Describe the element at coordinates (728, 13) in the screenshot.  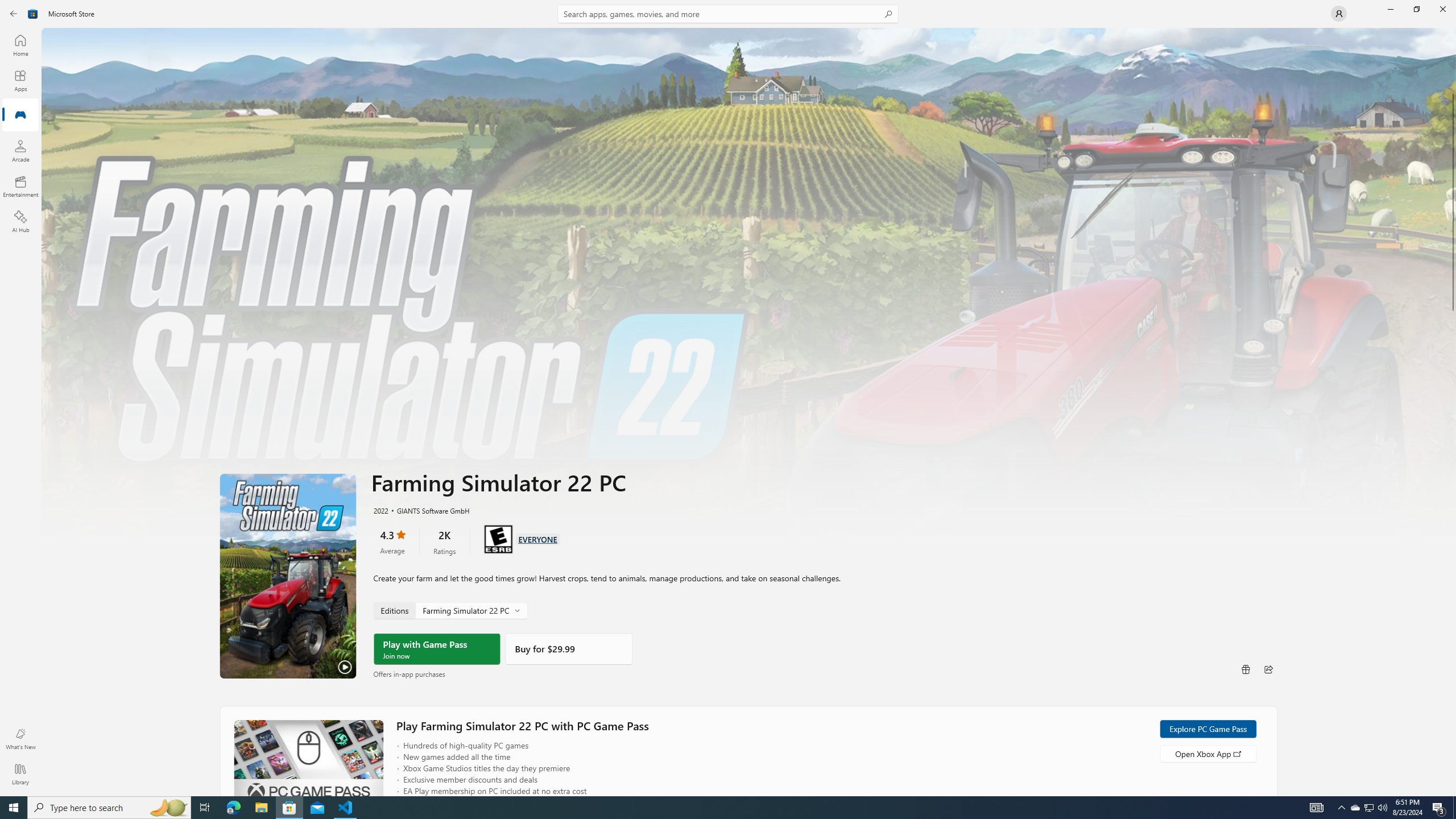
I see `'Search'` at that location.